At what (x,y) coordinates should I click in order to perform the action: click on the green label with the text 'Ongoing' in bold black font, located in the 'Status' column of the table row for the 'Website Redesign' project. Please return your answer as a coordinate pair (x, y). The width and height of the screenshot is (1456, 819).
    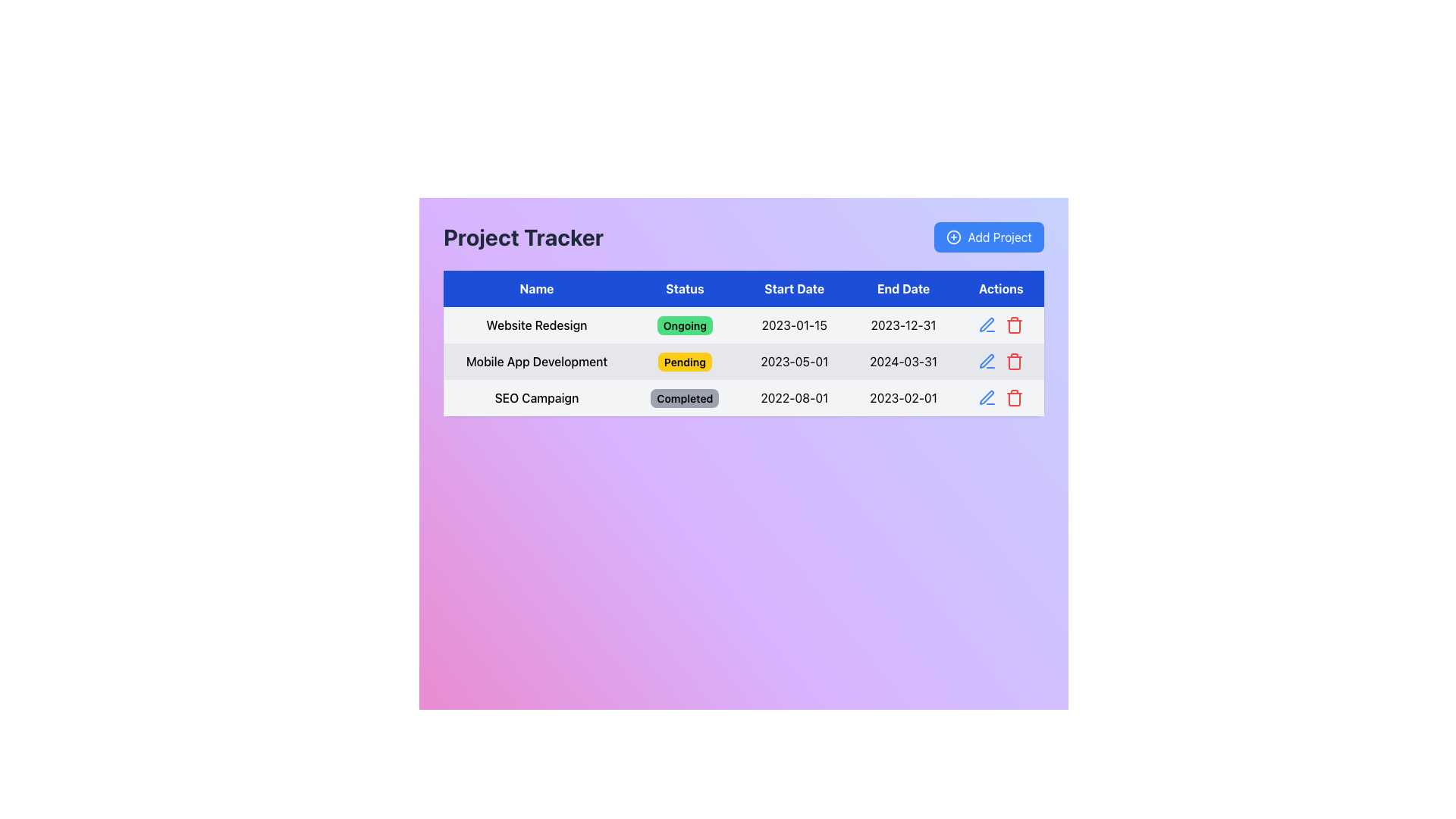
    Looking at the image, I should click on (684, 324).